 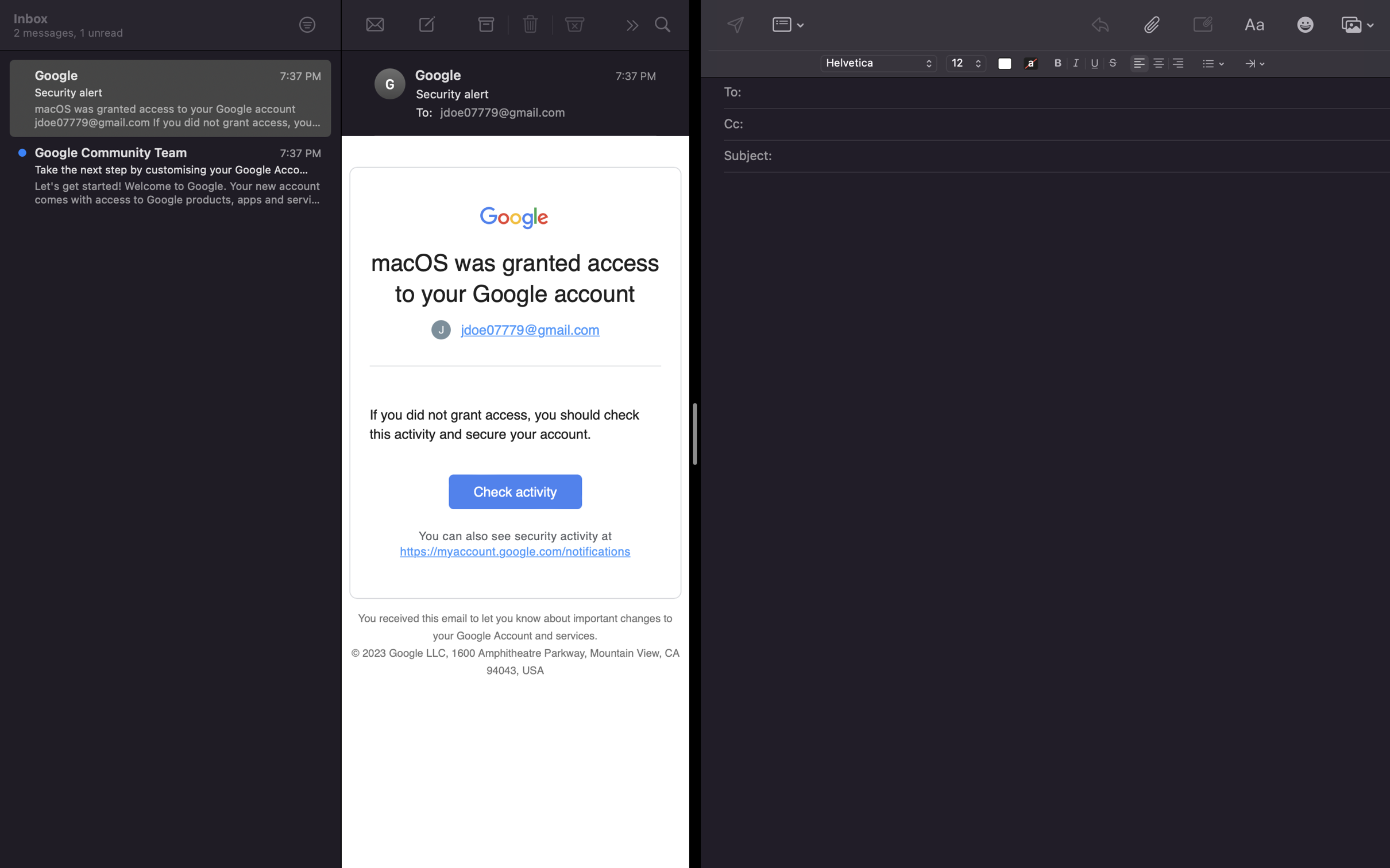 I want to click on Add recipient of mail as "jane@gmail.com, so click(x=1065, y=93).